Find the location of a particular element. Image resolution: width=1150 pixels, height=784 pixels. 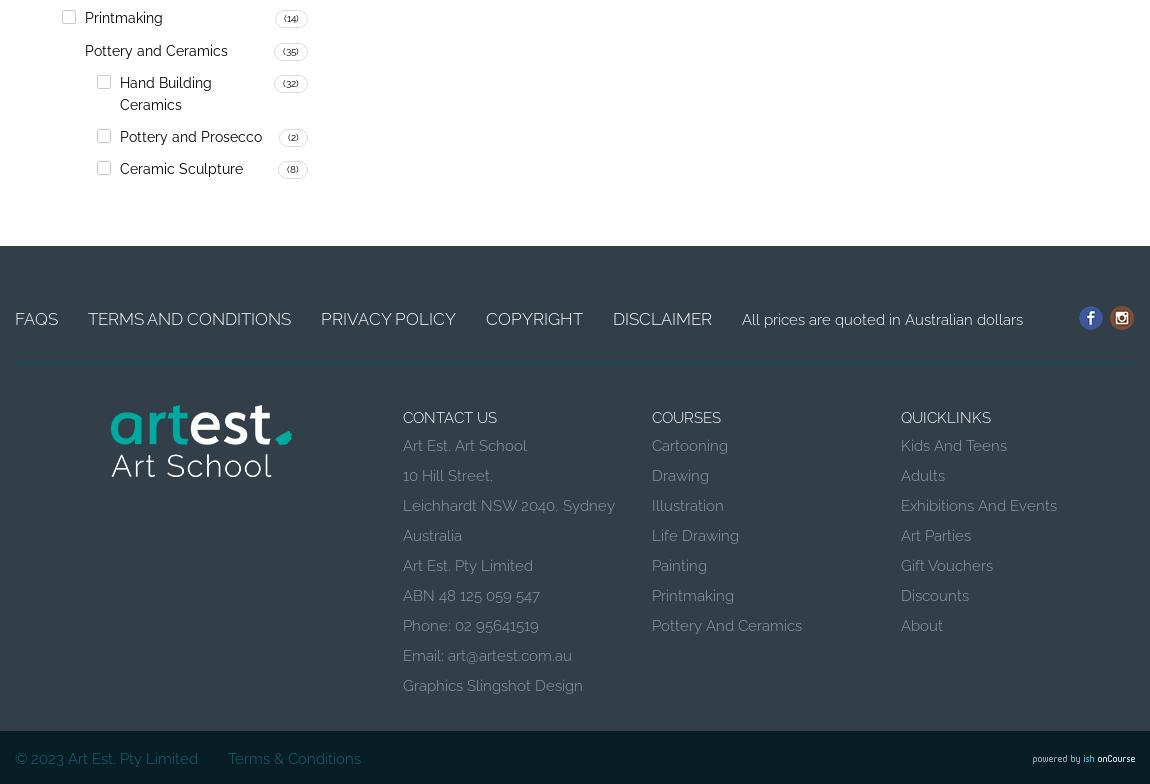

'Graphics Slingshot Design' is located at coordinates (493, 686).